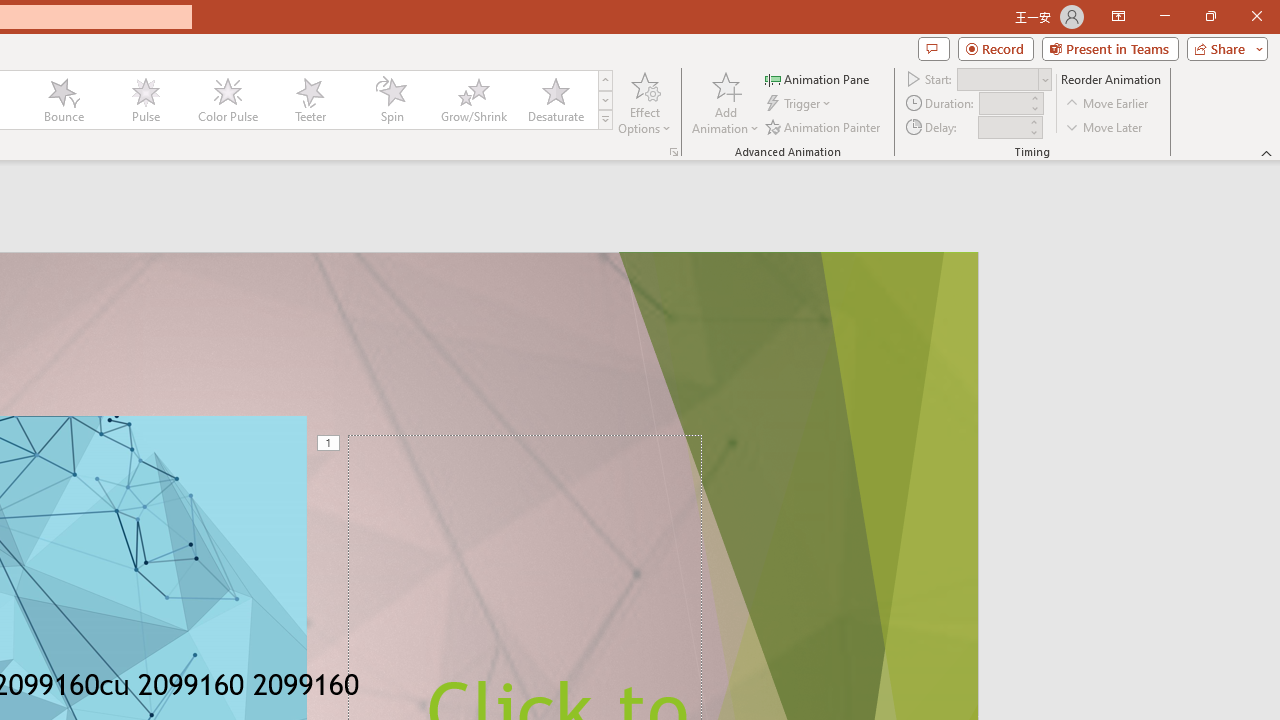 The image size is (1280, 720). What do you see at coordinates (472, 100) in the screenshot?
I see `'Grow/Shrink'` at bounding box center [472, 100].